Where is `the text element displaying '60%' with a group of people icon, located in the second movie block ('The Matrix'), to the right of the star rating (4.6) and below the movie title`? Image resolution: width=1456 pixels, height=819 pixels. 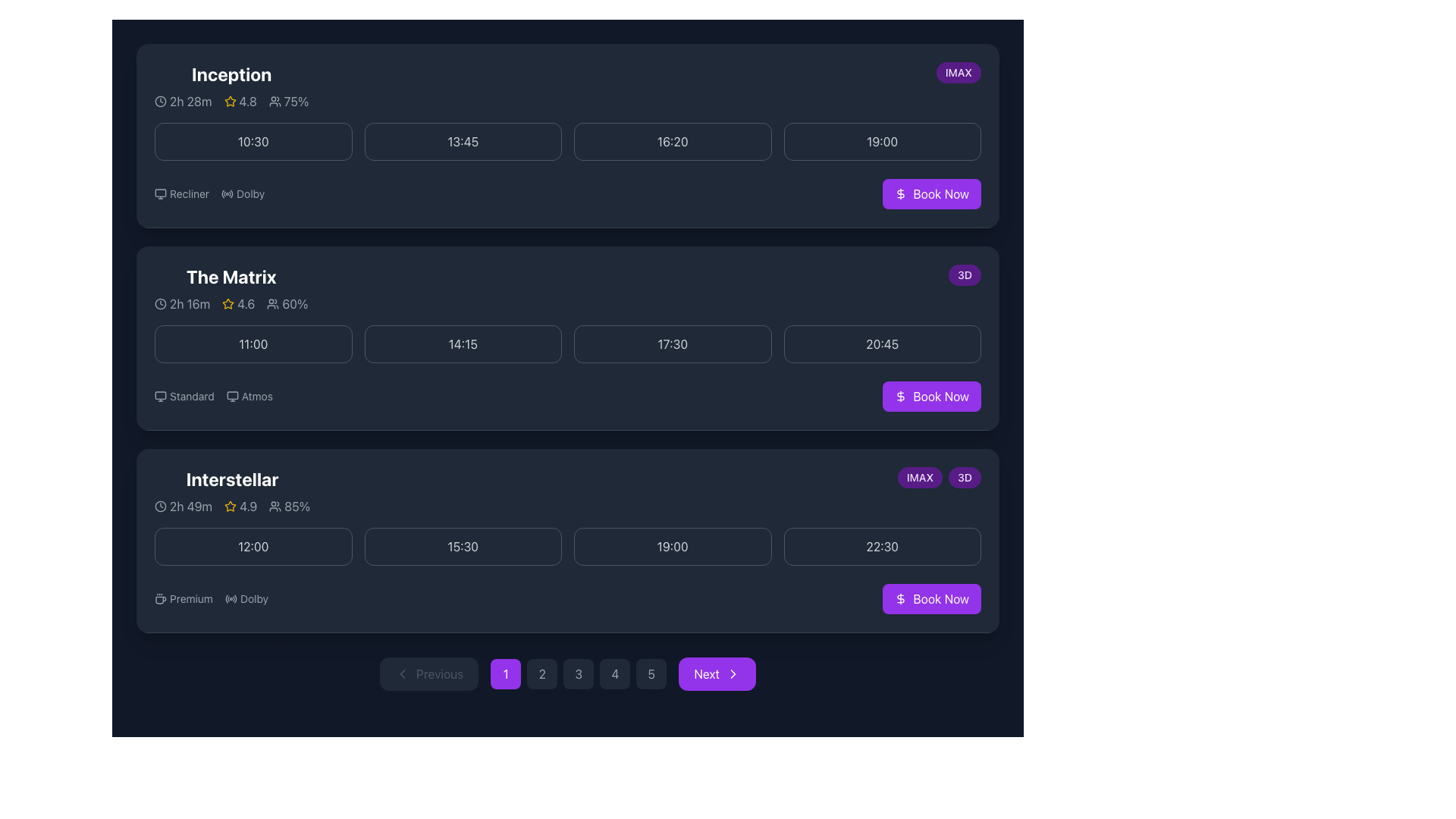 the text element displaying '60%' with a group of people icon, located in the second movie block ('The Matrix'), to the right of the star rating (4.6) and below the movie title is located at coordinates (287, 304).